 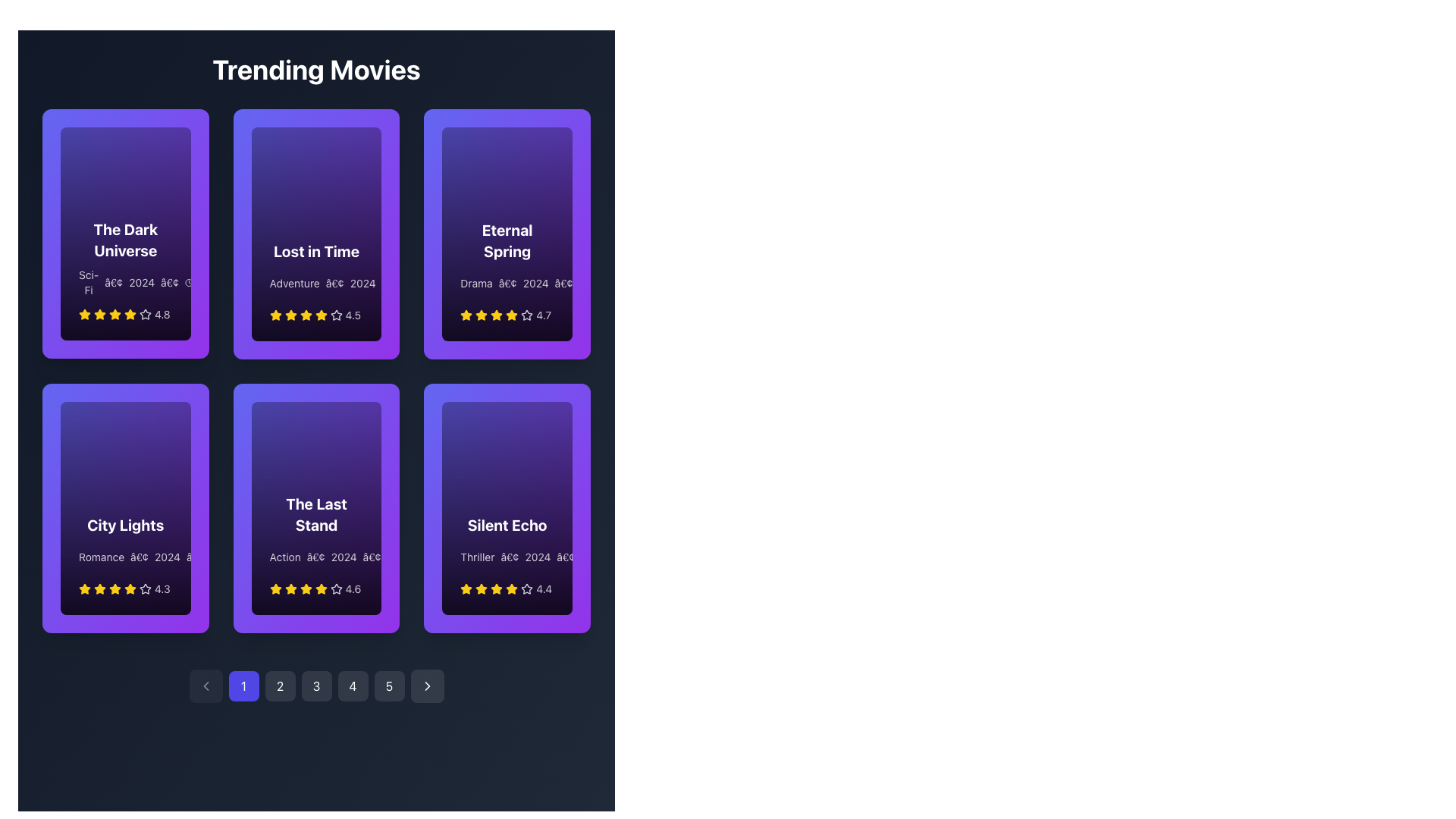 What do you see at coordinates (315, 283) in the screenshot?
I see `the text label that reads 'Adventure • 2024 • 1h 55m', which is styled in small, thin white font with partial transparency, located within the second card in the top row of the grid layout, below the title 'Lost in Time' and above the rating stars` at bounding box center [315, 283].